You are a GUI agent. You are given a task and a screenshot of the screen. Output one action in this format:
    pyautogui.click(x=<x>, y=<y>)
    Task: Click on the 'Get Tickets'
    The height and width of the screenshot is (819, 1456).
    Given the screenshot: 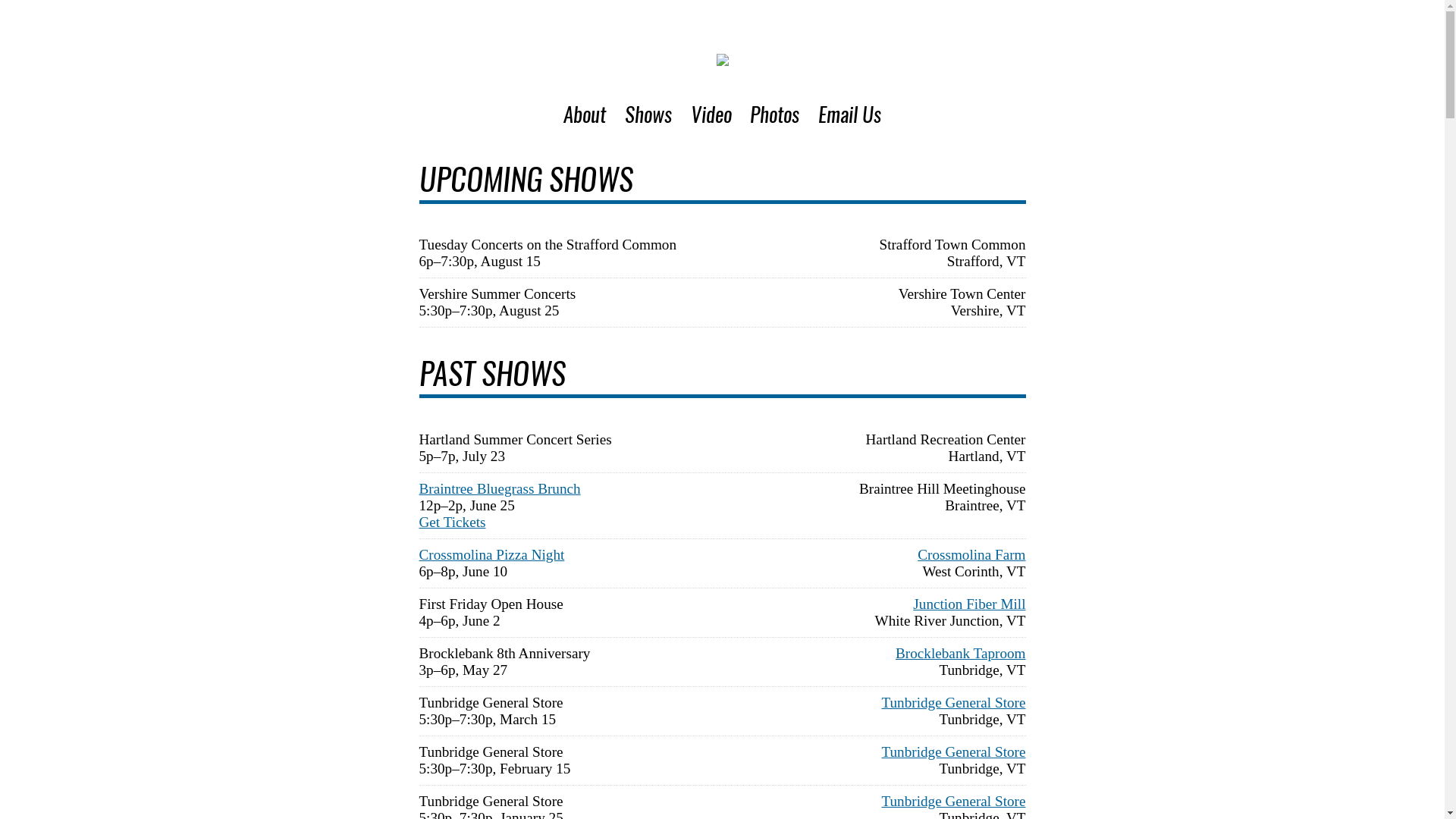 What is the action you would take?
    pyautogui.click(x=450, y=521)
    